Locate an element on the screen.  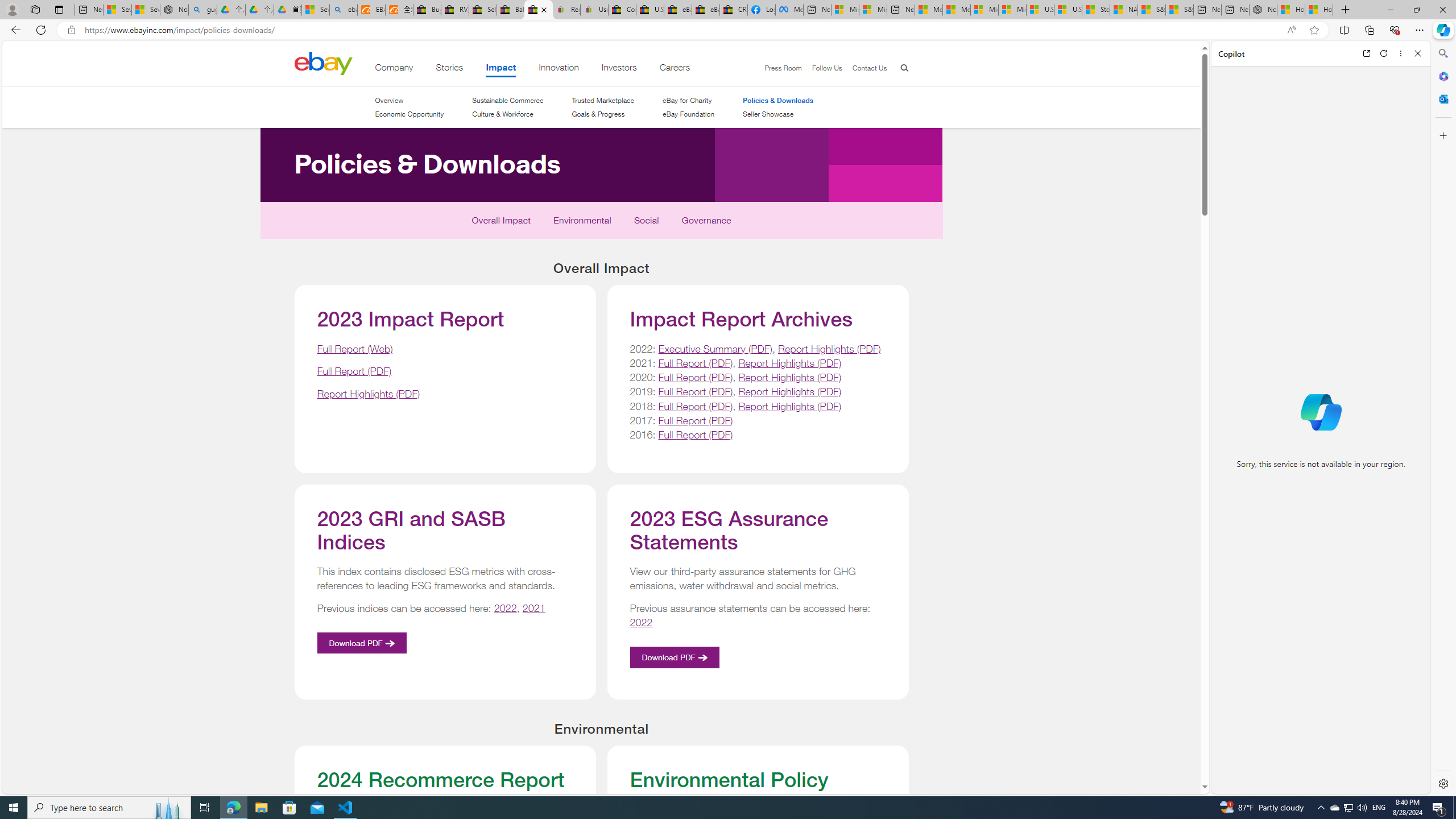
'Full Report (PDF)' is located at coordinates (695, 433).